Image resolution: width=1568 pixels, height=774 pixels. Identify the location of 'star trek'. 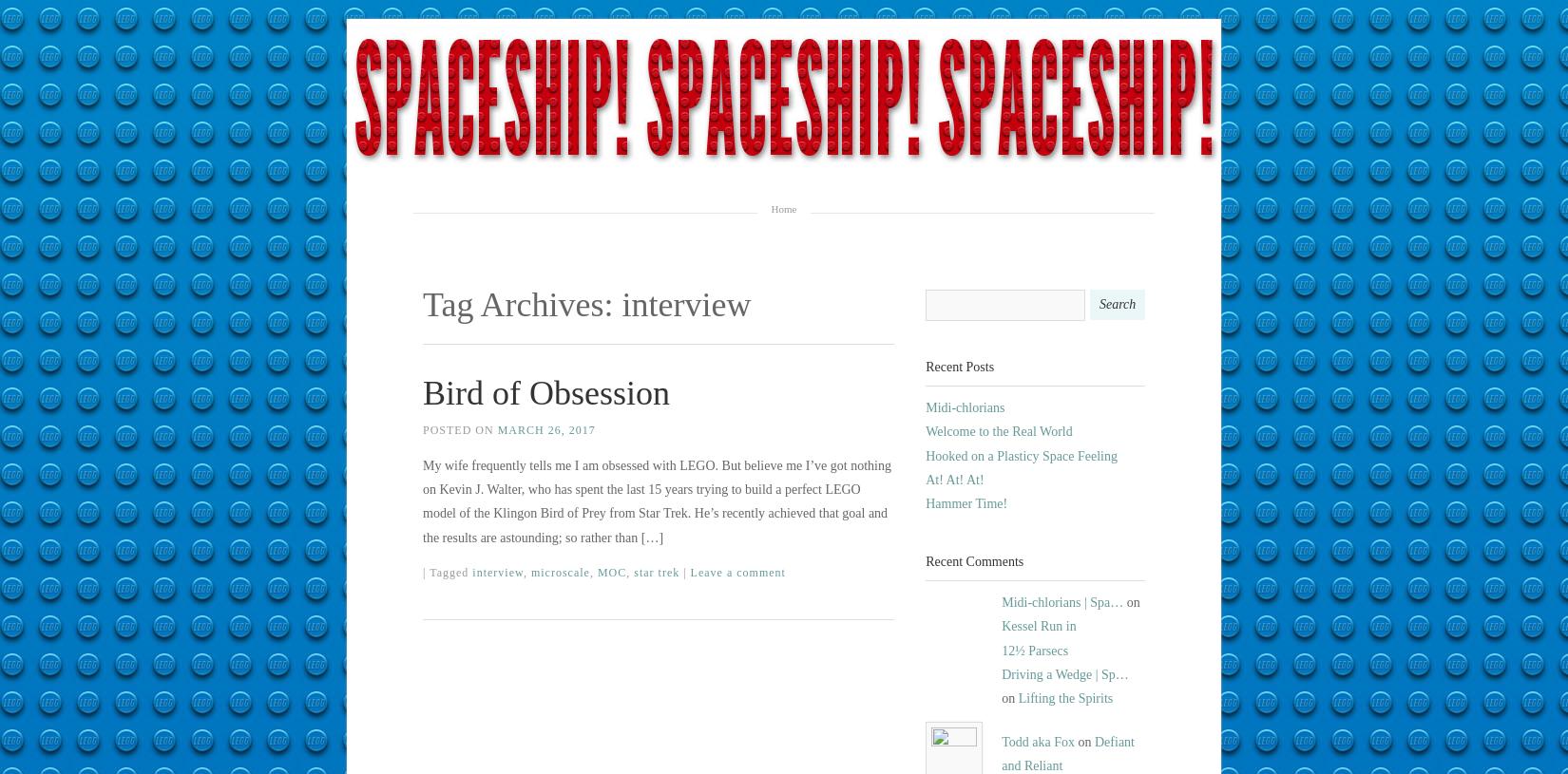
(656, 571).